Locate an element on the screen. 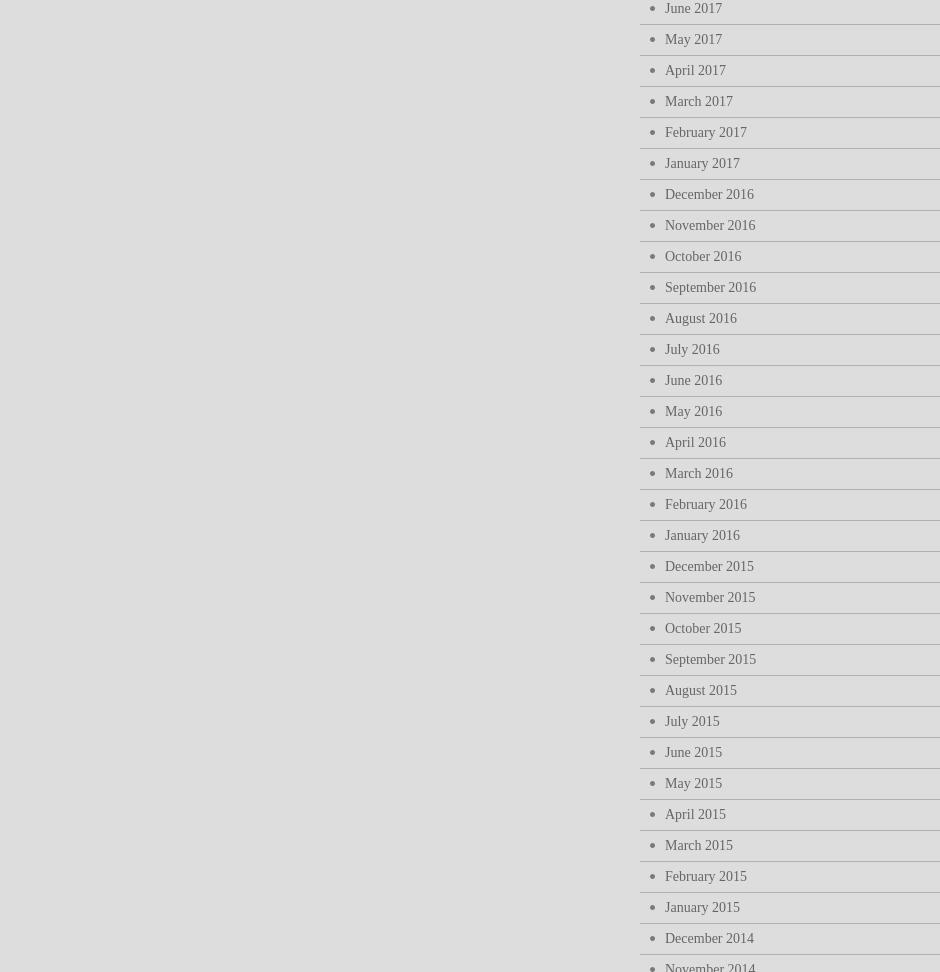 The width and height of the screenshot is (940, 972). 'April 2016' is located at coordinates (694, 441).